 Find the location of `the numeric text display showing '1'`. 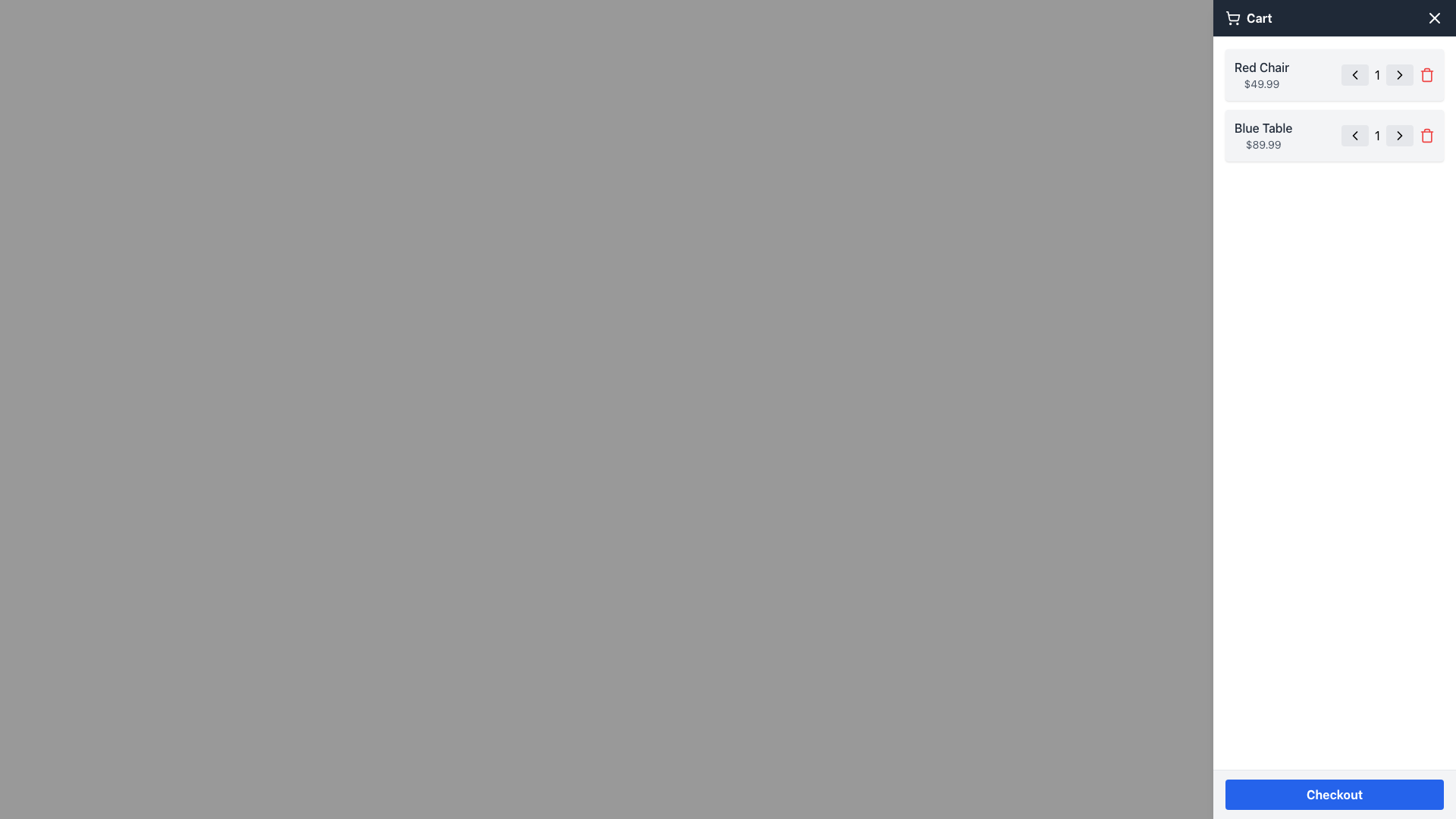

the numeric text display showing '1' is located at coordinates (1387, 75).